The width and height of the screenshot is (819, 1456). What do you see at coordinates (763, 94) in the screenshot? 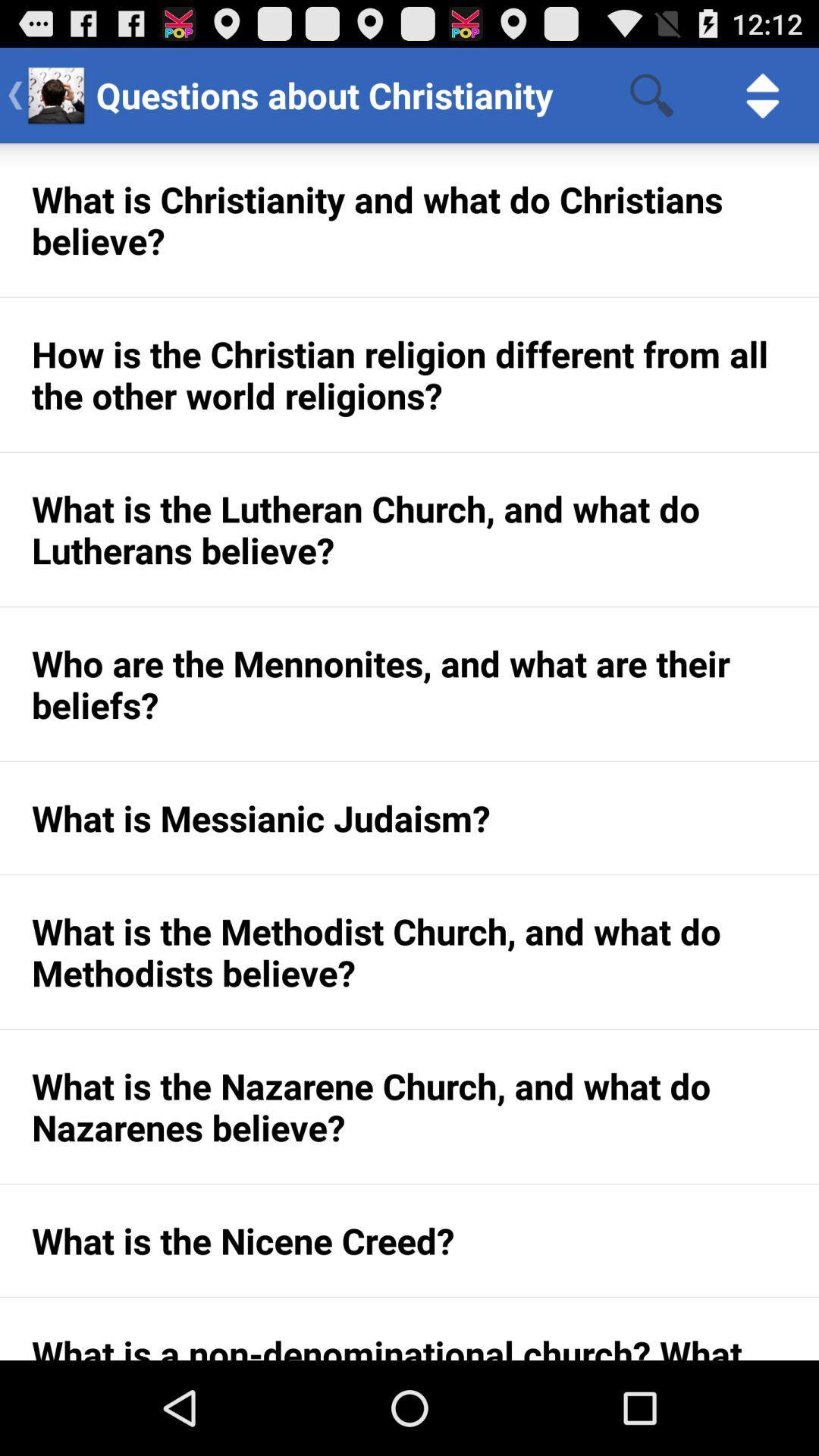
I see `item above what is christianity app` at bounding box center [763, 94].